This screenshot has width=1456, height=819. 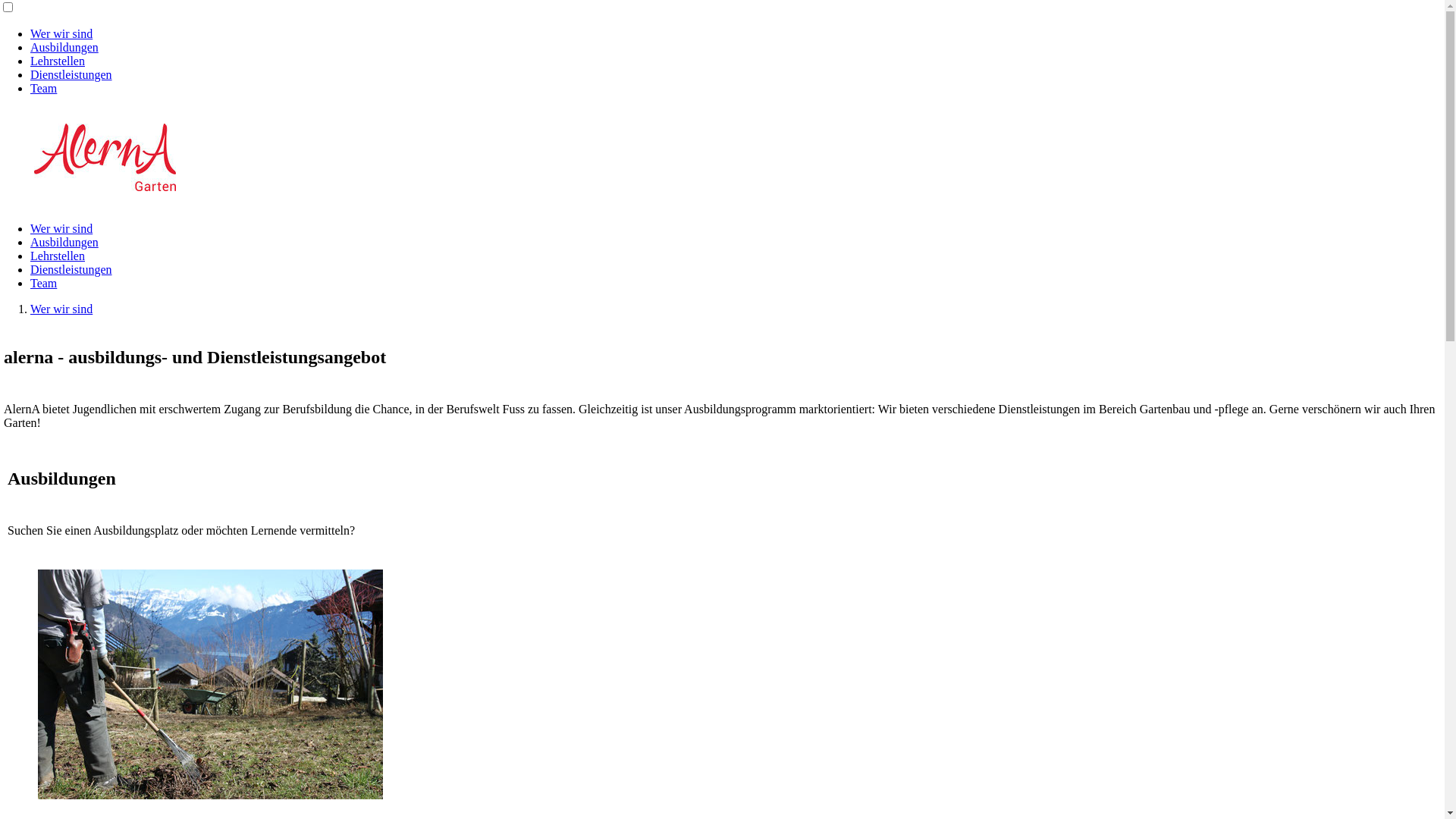 I want to click on 'Ausbildungen', so click(x=64, y=46).